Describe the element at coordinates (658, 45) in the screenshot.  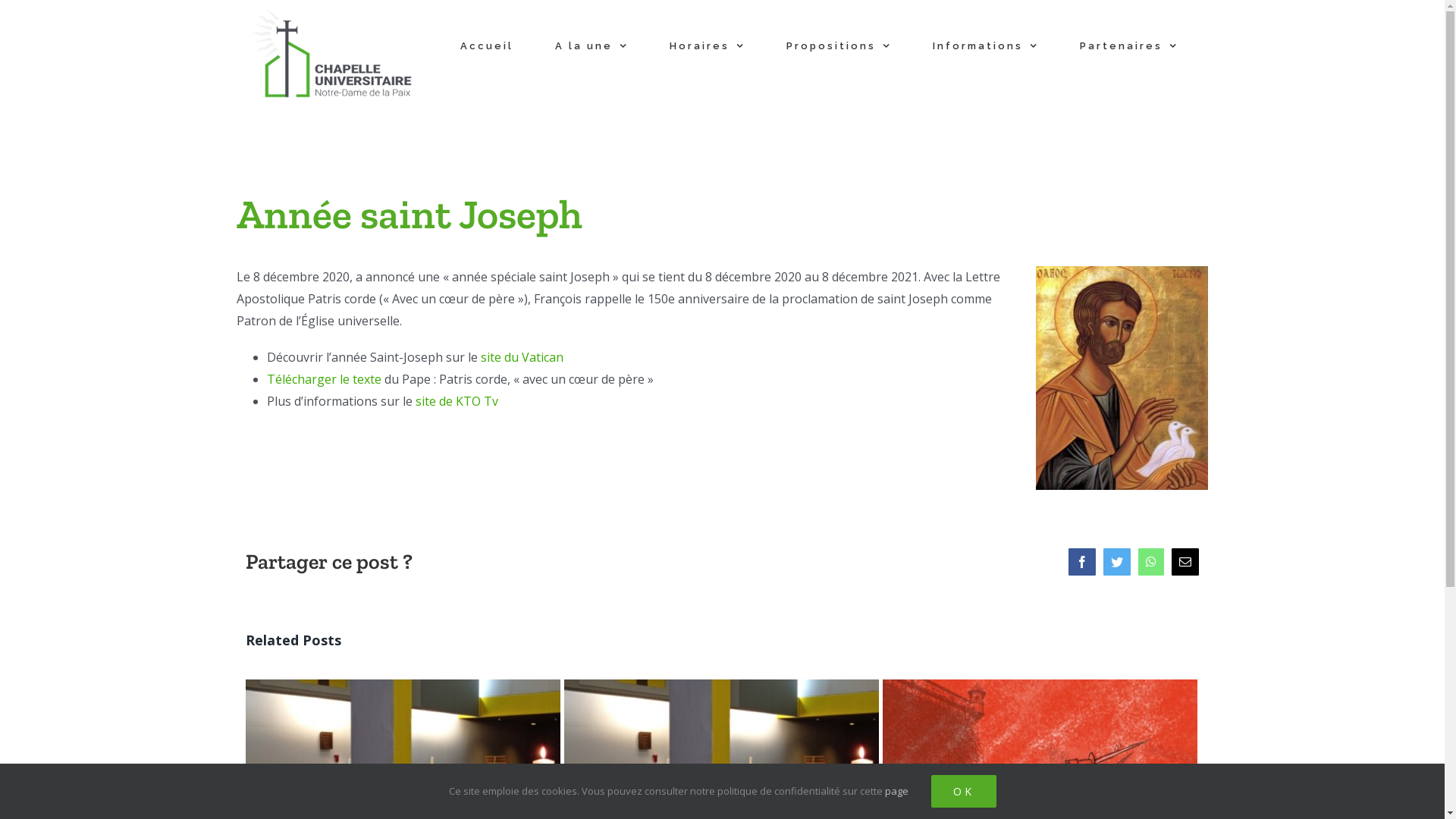
I see `'Horaires'` at that location.